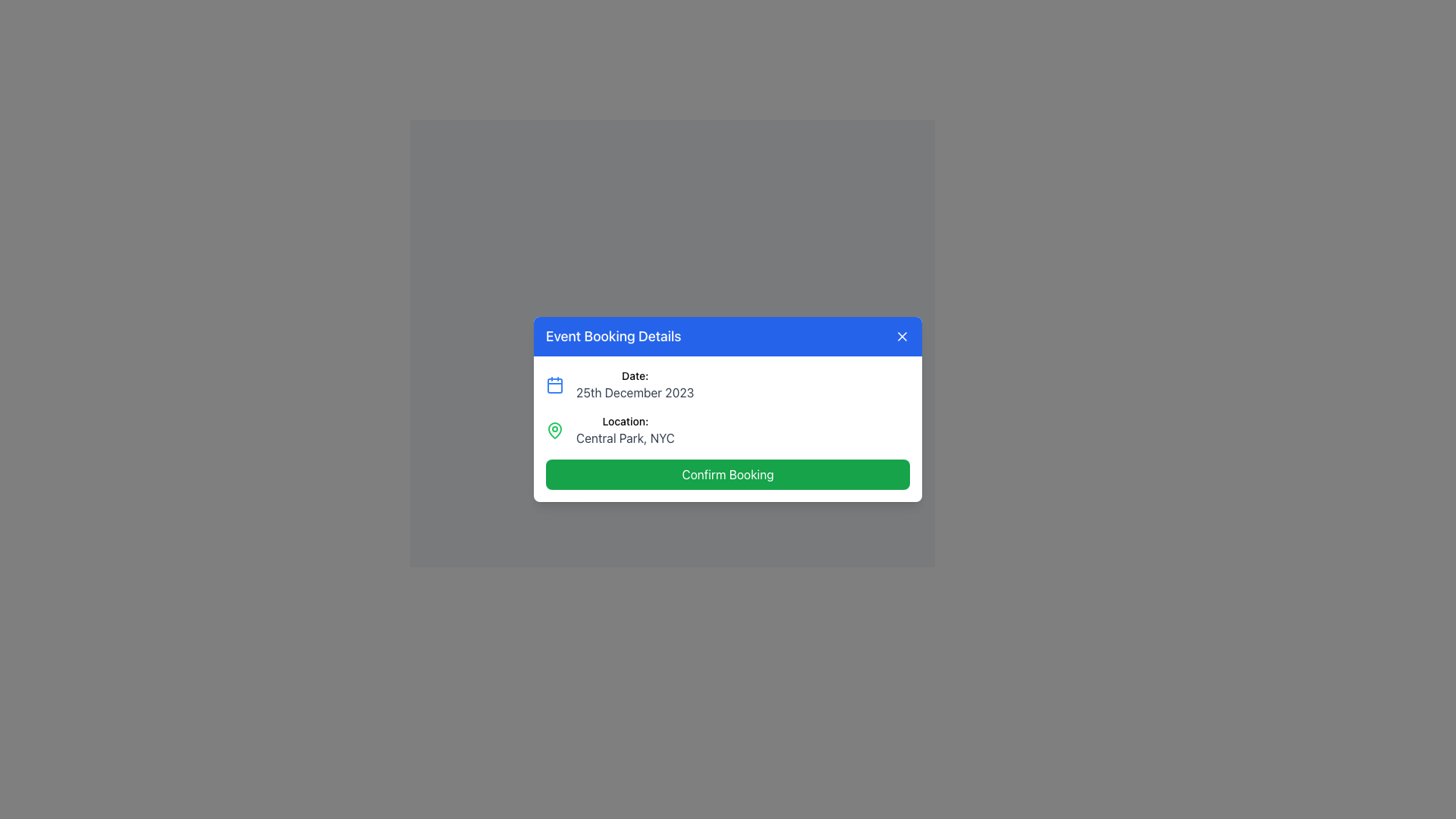  I want to click on the small diagonal cross icon ("X") in the top-right corner of the blue header titled "Event Booking Details", so click(902, 335).